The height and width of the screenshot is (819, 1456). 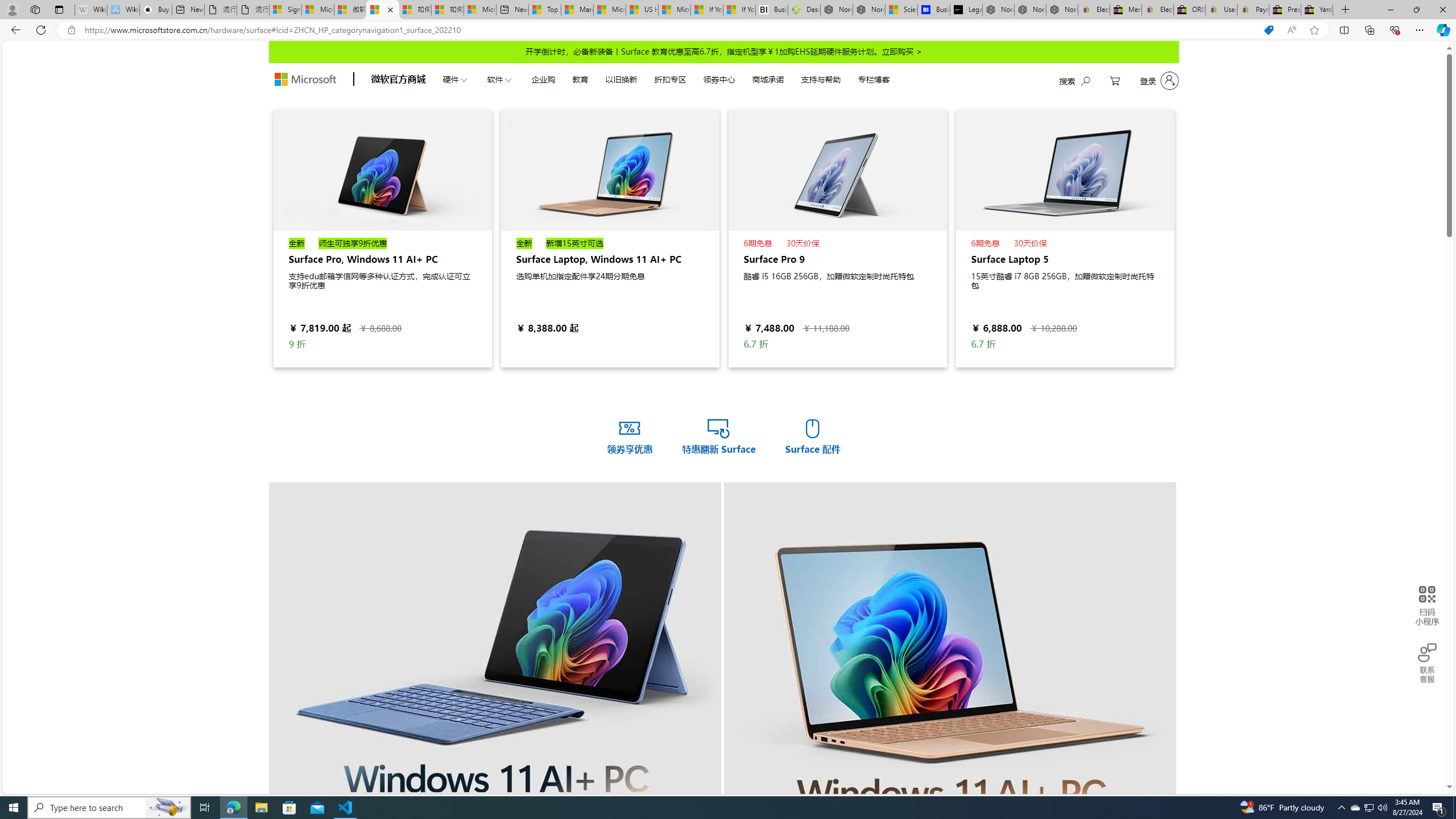 I want to click on 'You have the best price!', so click(x=1268, y=30).